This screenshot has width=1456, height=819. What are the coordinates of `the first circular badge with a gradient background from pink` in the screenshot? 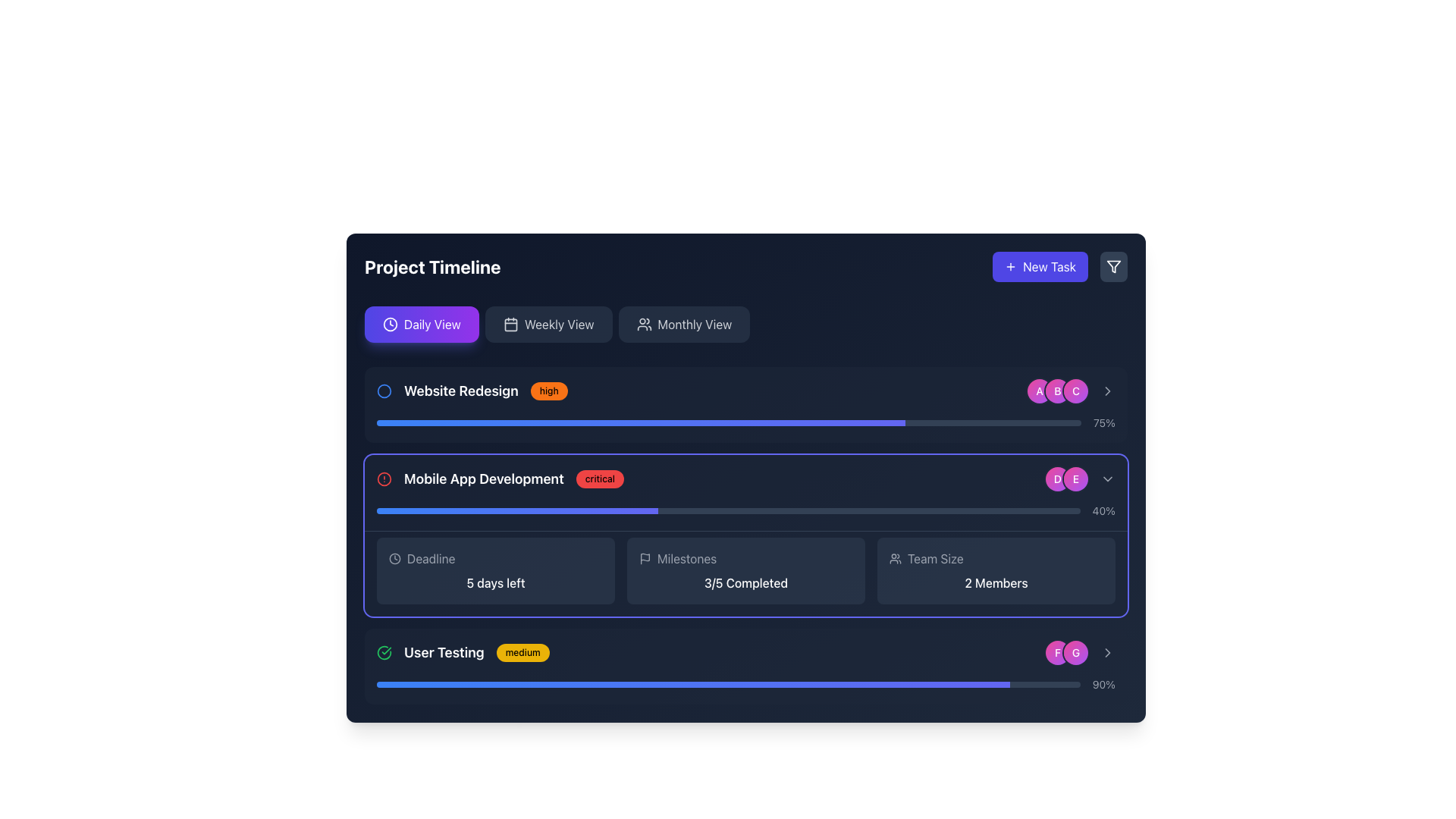 It's located at (1039, 391).